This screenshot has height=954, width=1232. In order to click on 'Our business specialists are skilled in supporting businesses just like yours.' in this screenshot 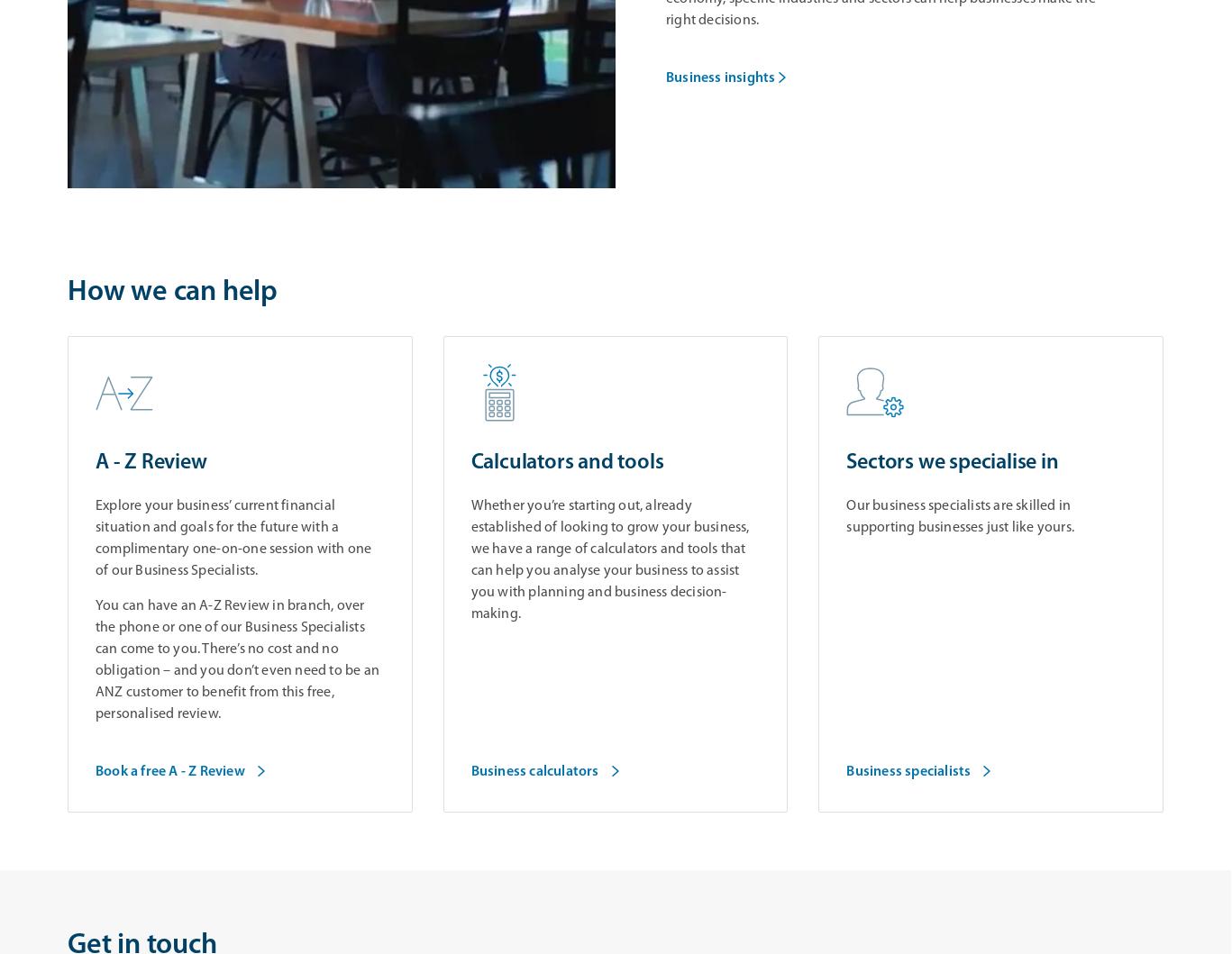, I will do `click(959, 515)`.